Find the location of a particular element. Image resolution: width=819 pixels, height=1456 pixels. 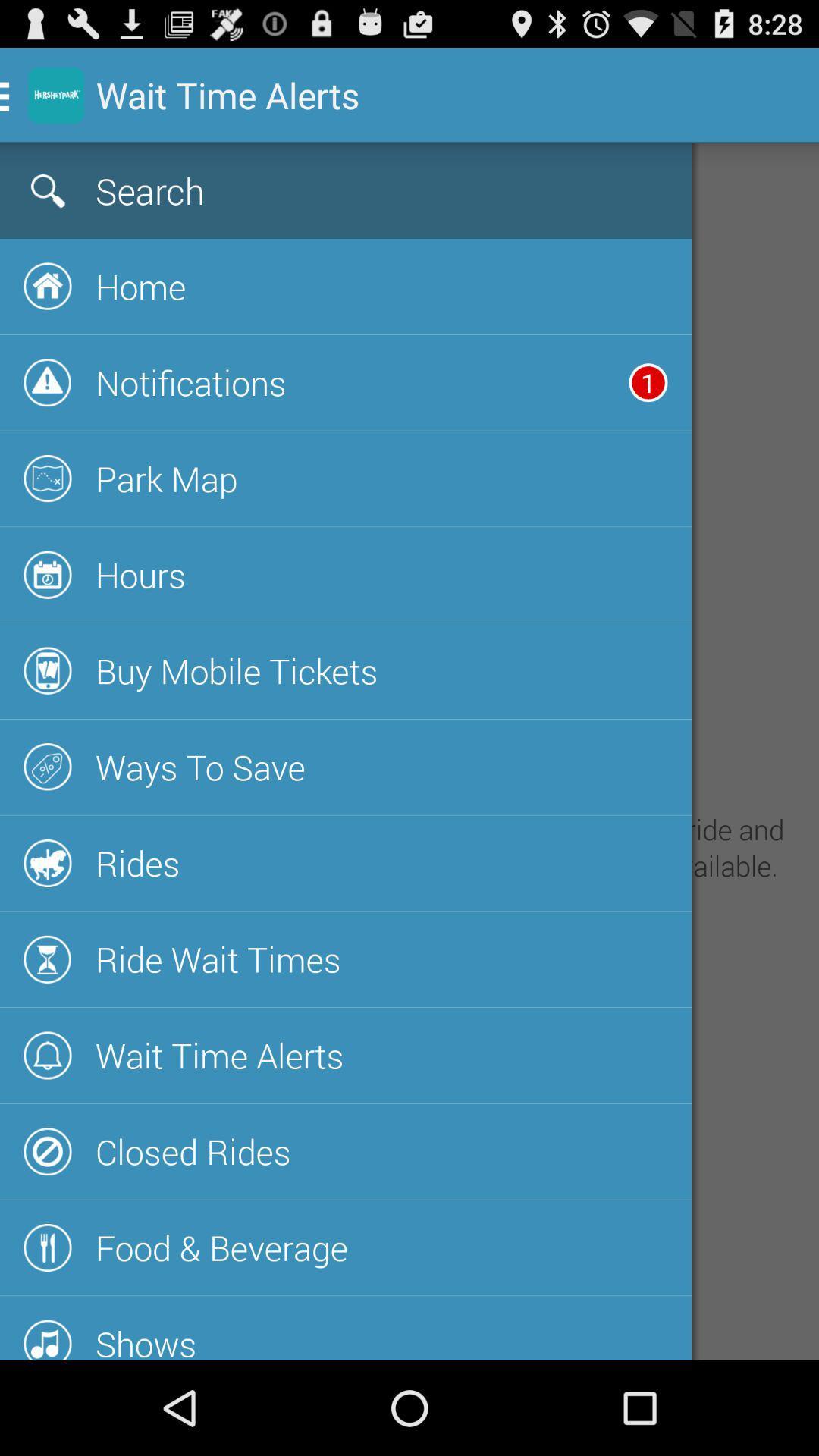

the button beside the text home is located at coordinates (47, 287).